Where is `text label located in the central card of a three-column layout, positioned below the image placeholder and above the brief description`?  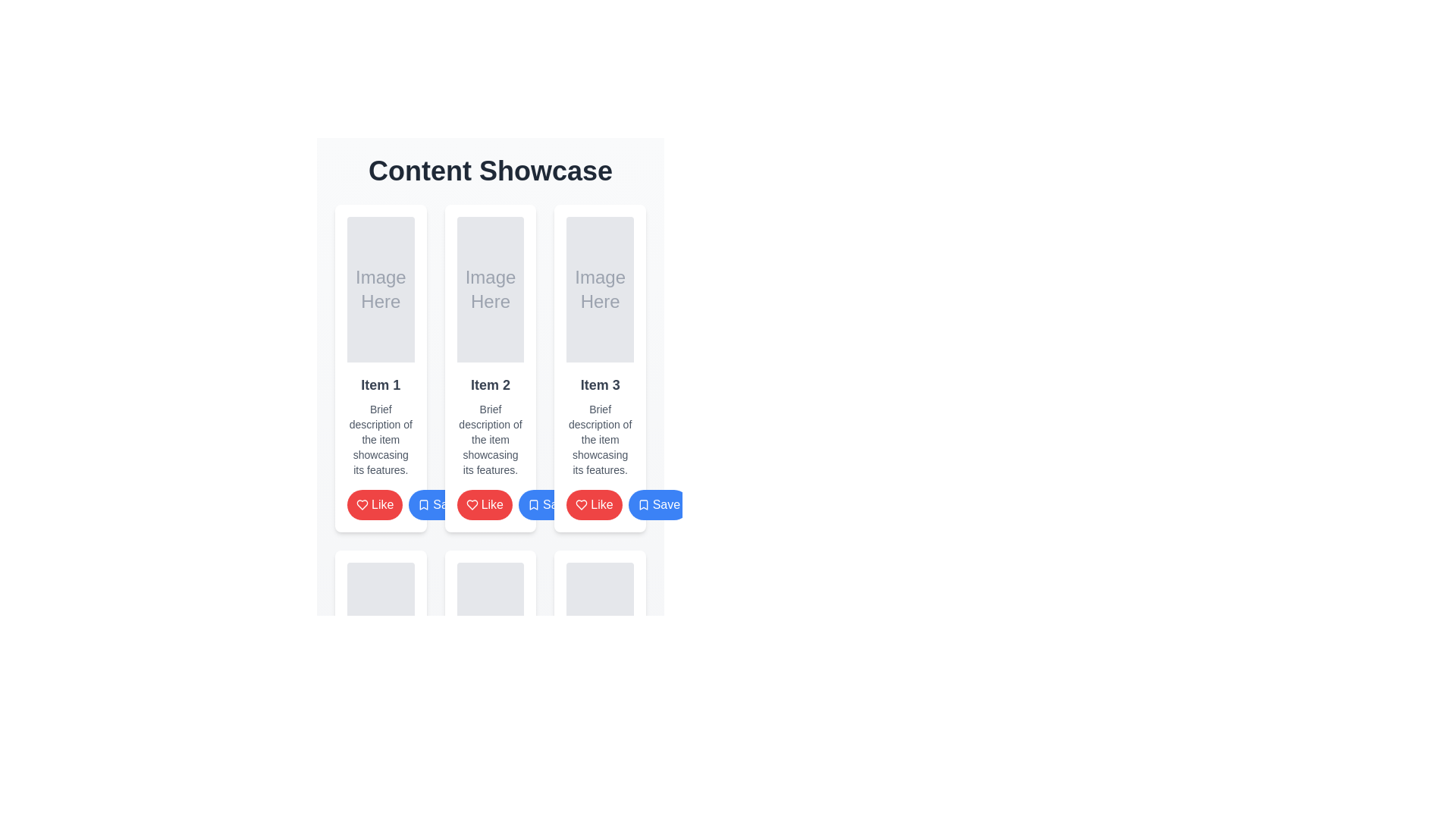 text label located in the central card of a three-column layout, positioned below the image placeholder and above the brief description is located at coordinates (491, 384).